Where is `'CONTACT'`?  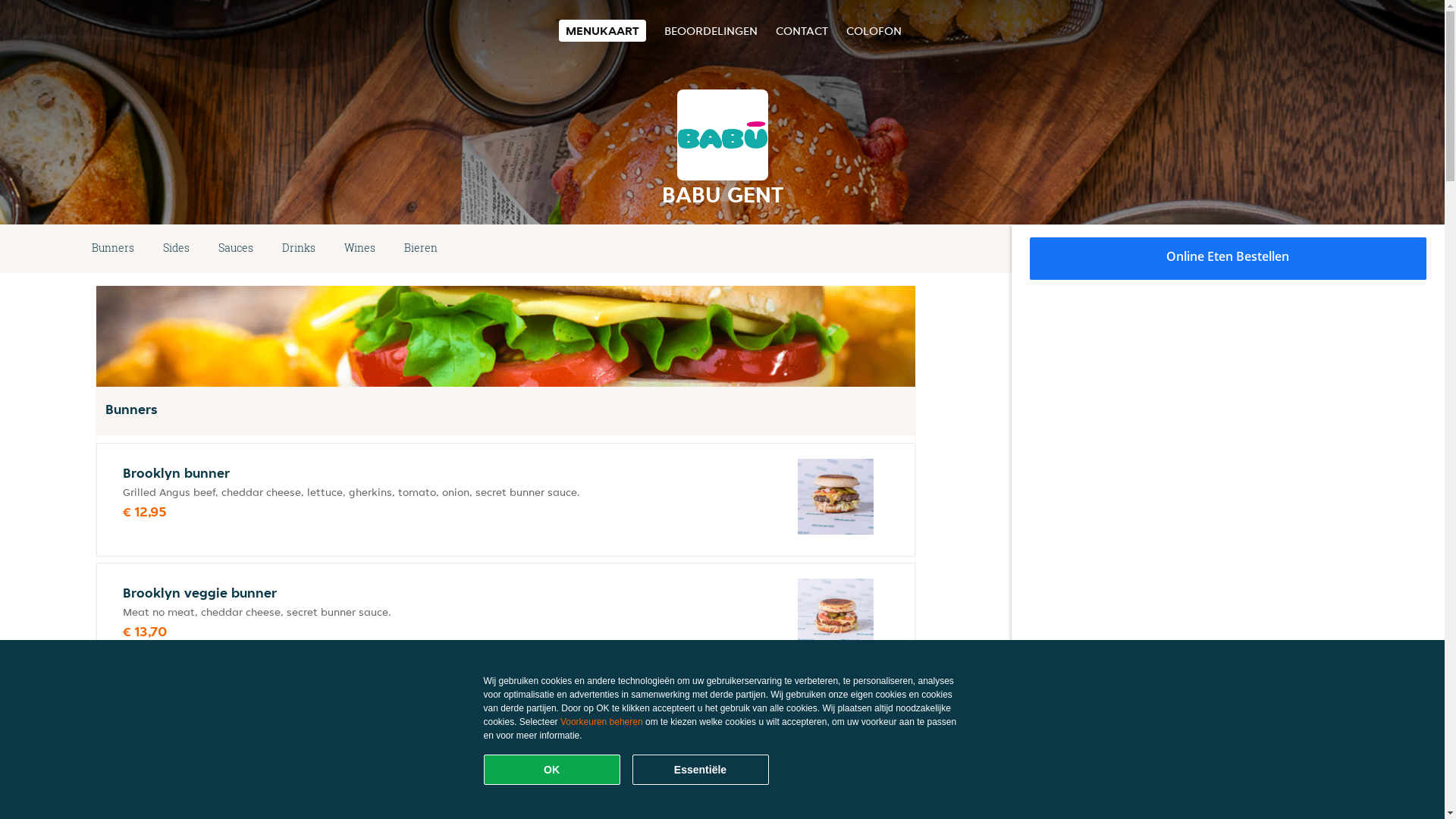 'CONTACT' is located at coordinates (800, 30).